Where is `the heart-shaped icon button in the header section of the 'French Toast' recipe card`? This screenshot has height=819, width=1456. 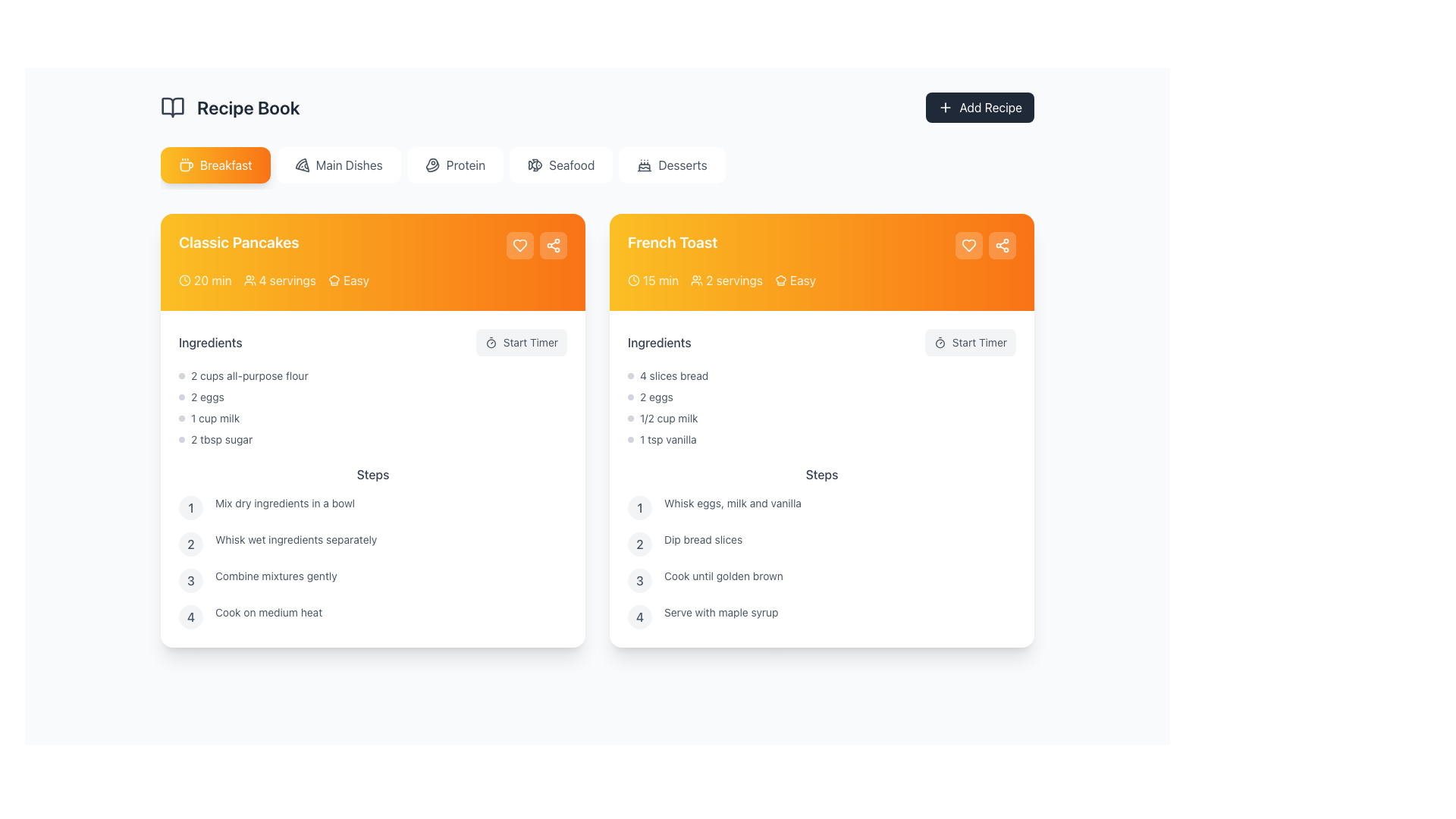 the heart-shaped icon button in the header section of the 'French Toast' recipe card is located at coordinates (968, 245).